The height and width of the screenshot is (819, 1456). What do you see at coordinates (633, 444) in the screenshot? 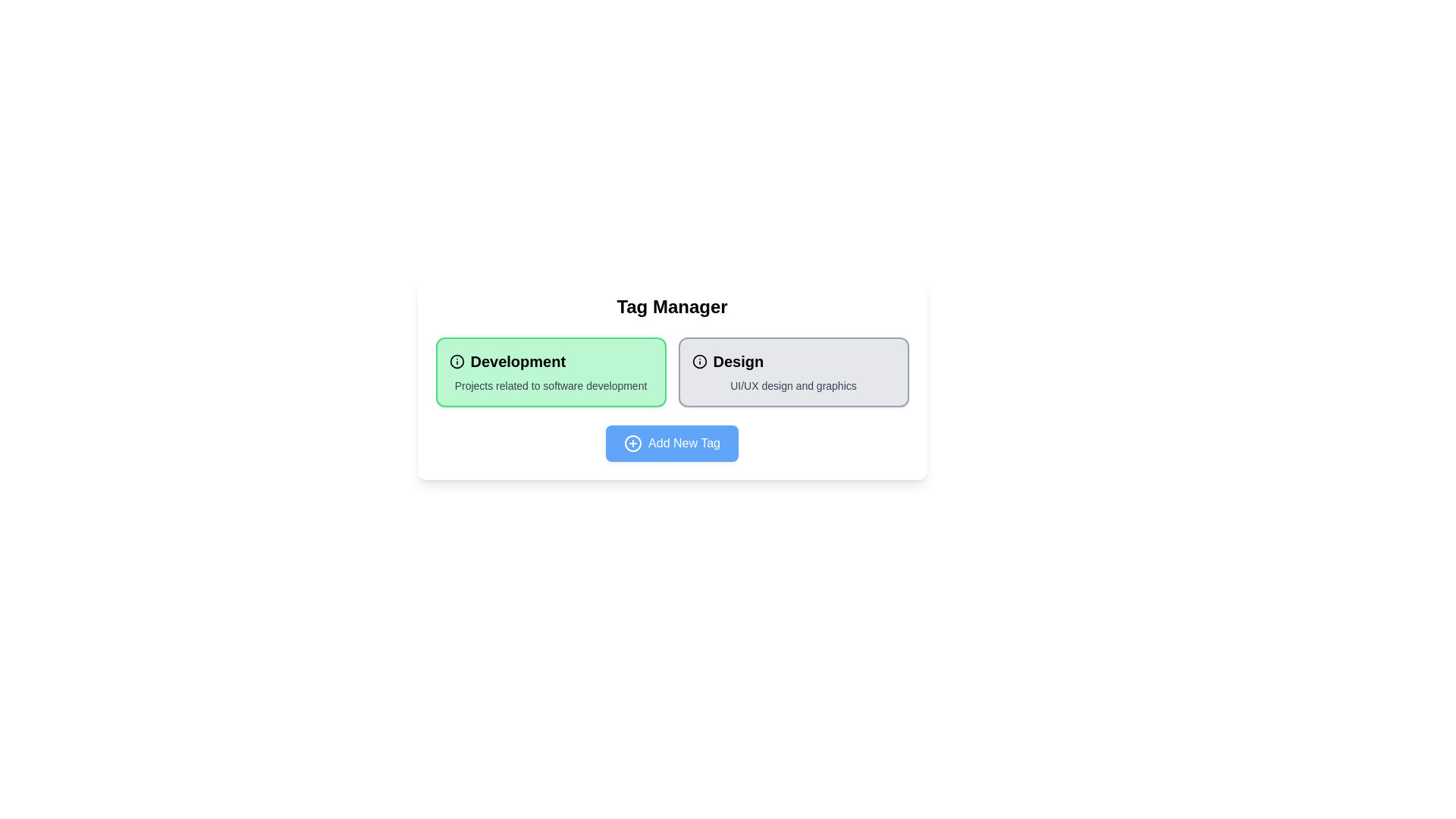
I see `the circular blue icon with a plus sign inside, located to the left of the 'Add New Tag' button` at bounding box center [633, 444].